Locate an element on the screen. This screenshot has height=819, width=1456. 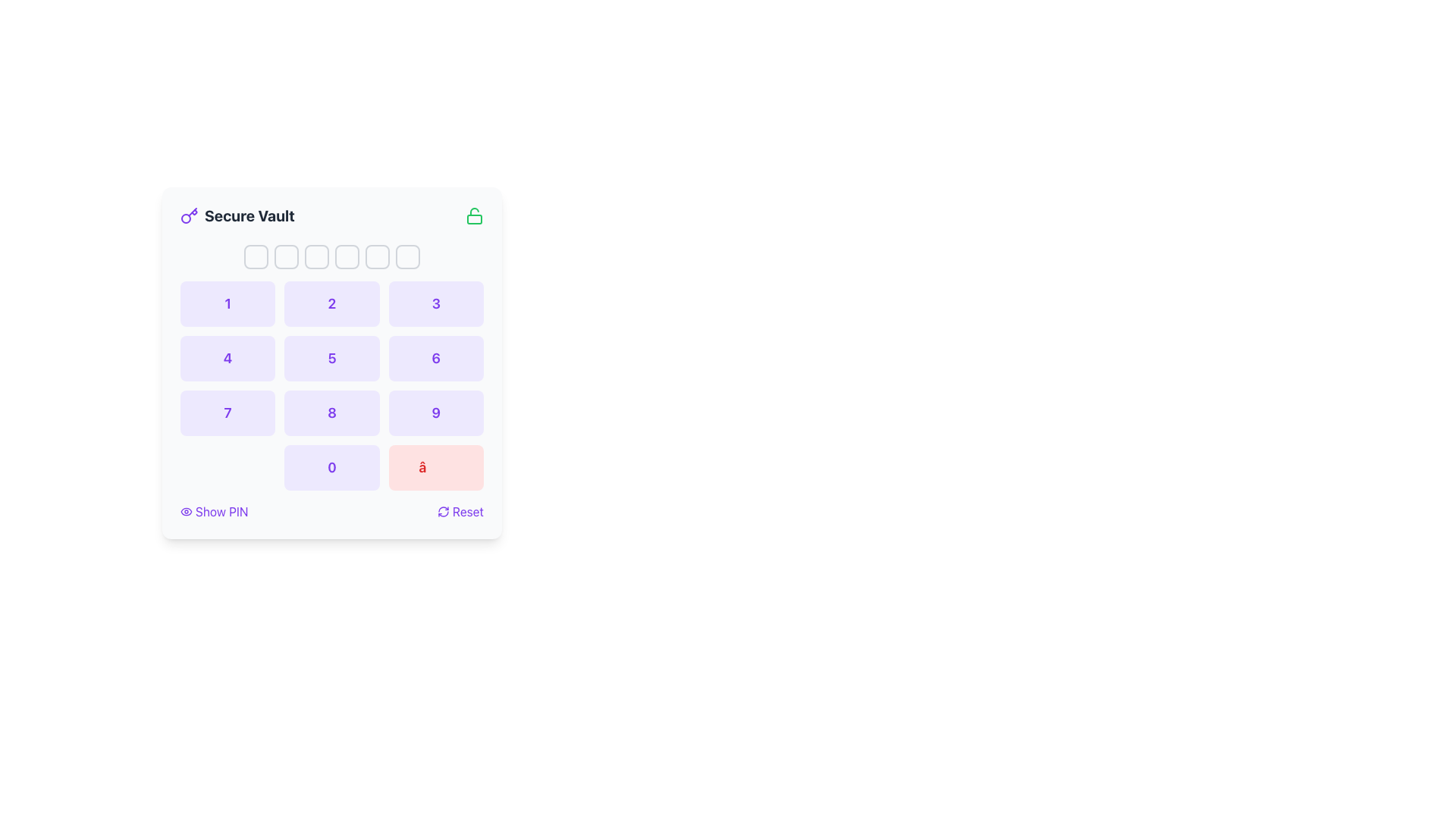
the visibility icon located in the lower-left section of the interface, which toggles the show/hide functionality for sensitive information, directly preceding the text 'Show PIN' is located at coordinates (185, 512).